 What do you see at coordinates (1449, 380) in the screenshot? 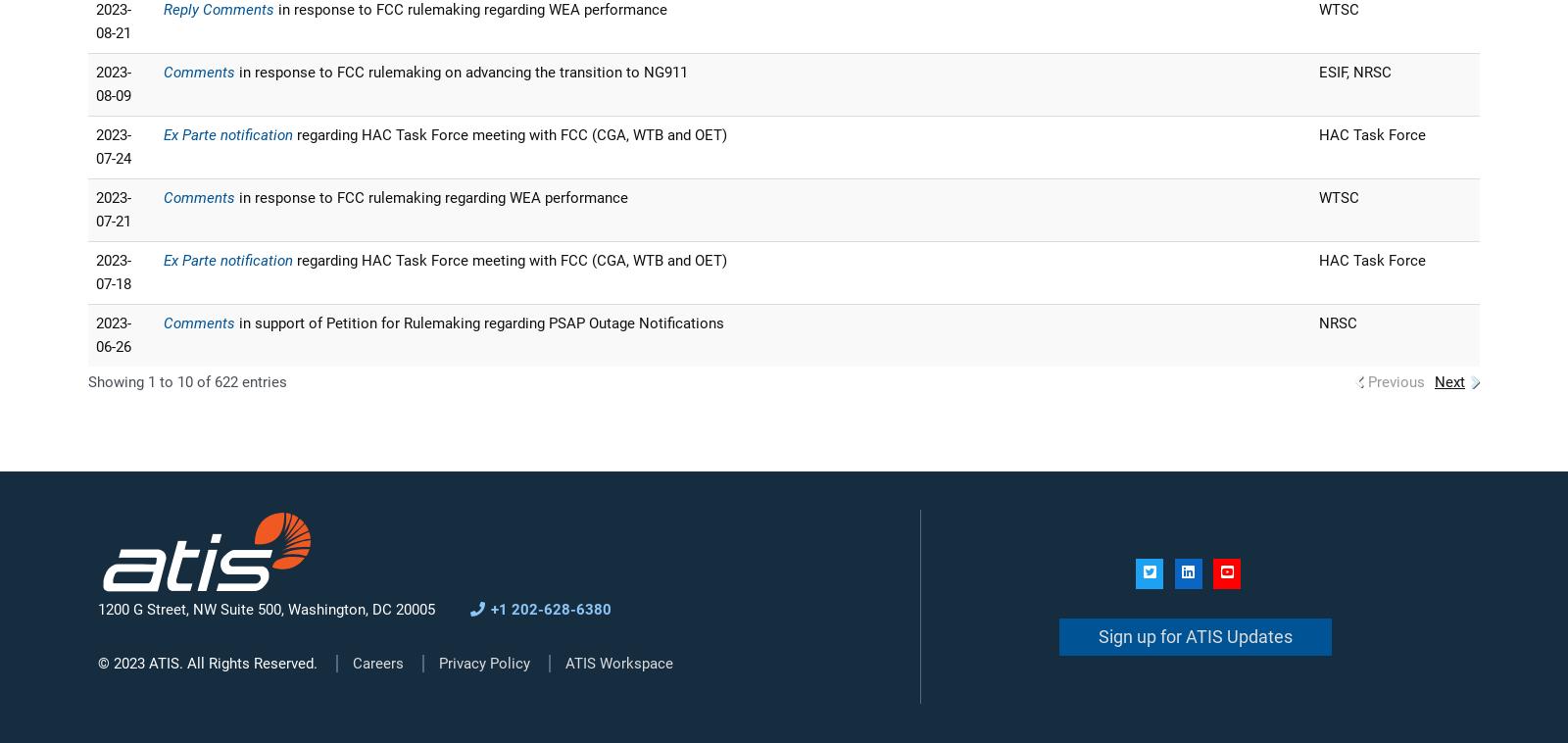
I see `'Next'` at bounding box center [1449, 380].